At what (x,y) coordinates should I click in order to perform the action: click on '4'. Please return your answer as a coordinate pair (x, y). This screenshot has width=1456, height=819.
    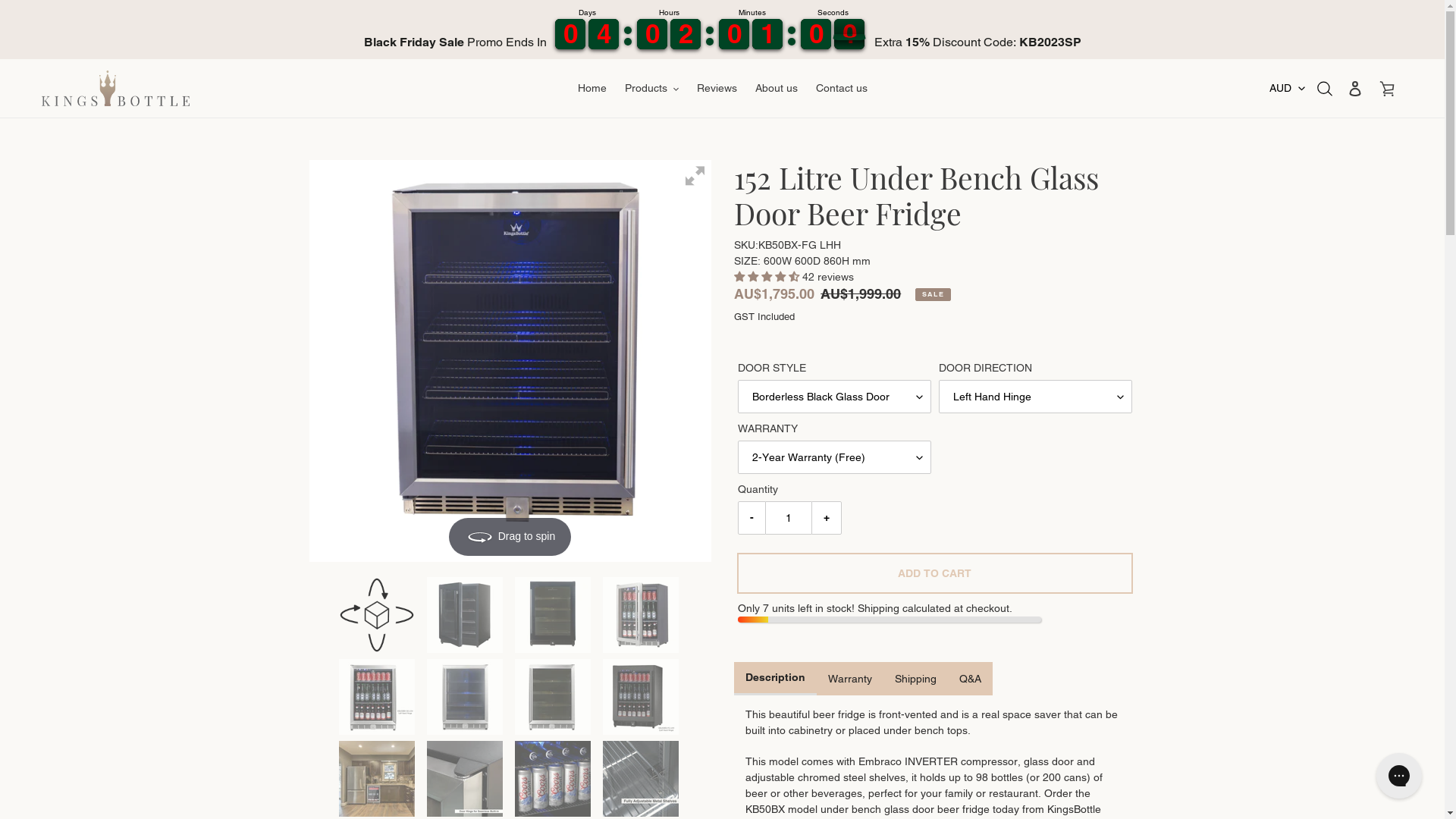
    Looking at the image, I should click on (848, 34).